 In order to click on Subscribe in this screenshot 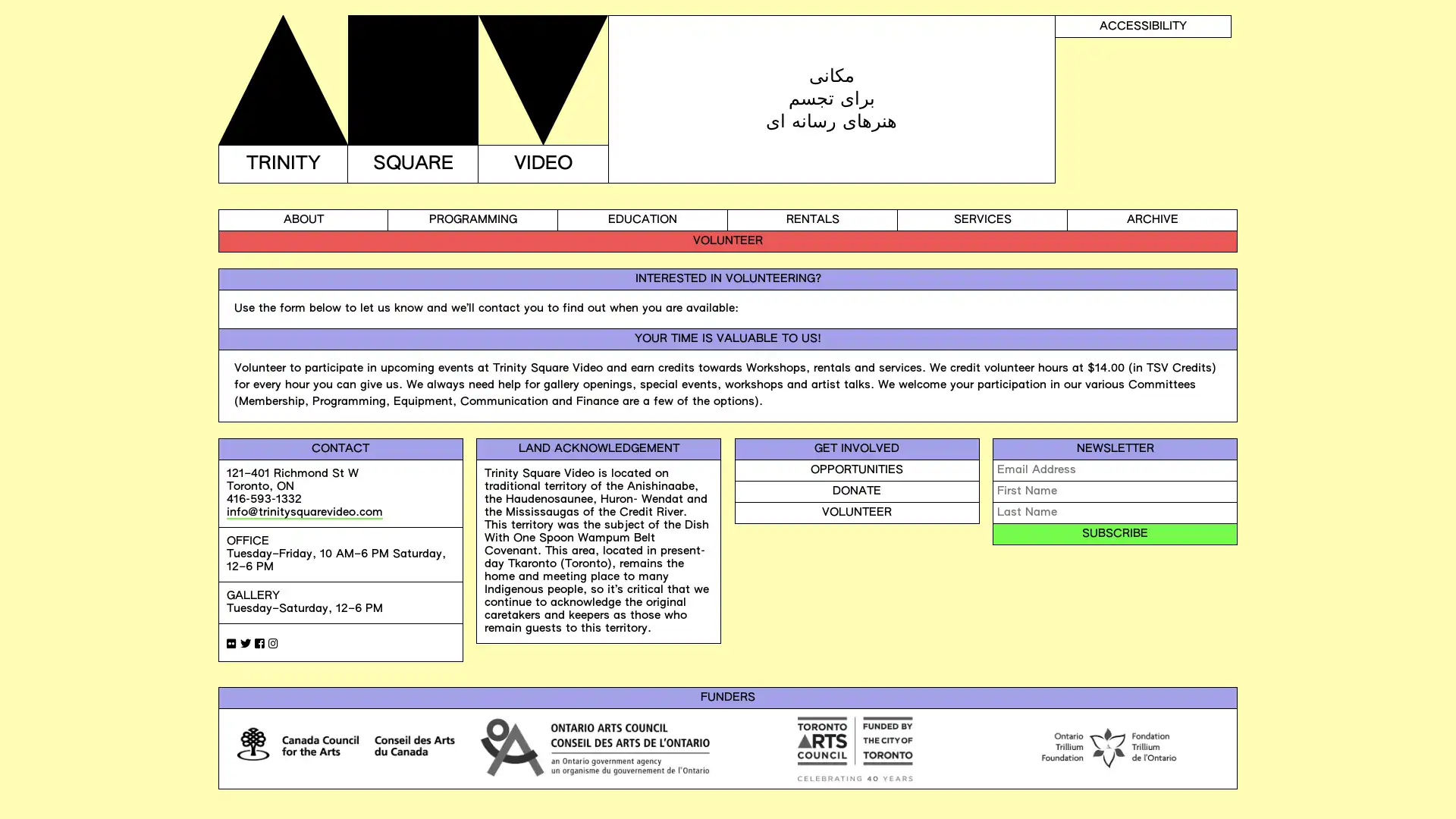, I will do `click(1115, 532)`.